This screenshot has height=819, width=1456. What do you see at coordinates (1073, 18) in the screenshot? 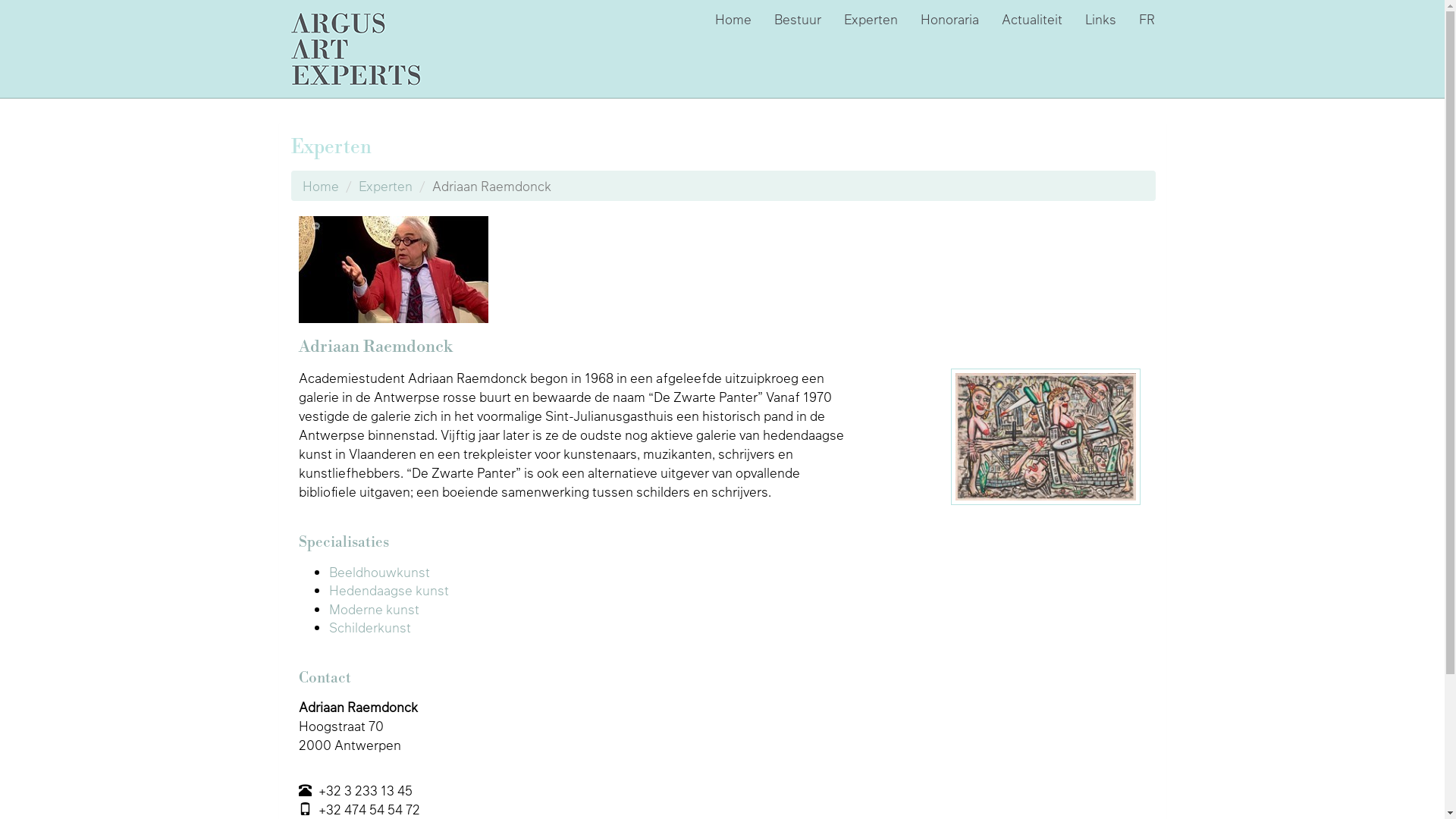
I see `'Links'` at bounding box center [1073, 18].